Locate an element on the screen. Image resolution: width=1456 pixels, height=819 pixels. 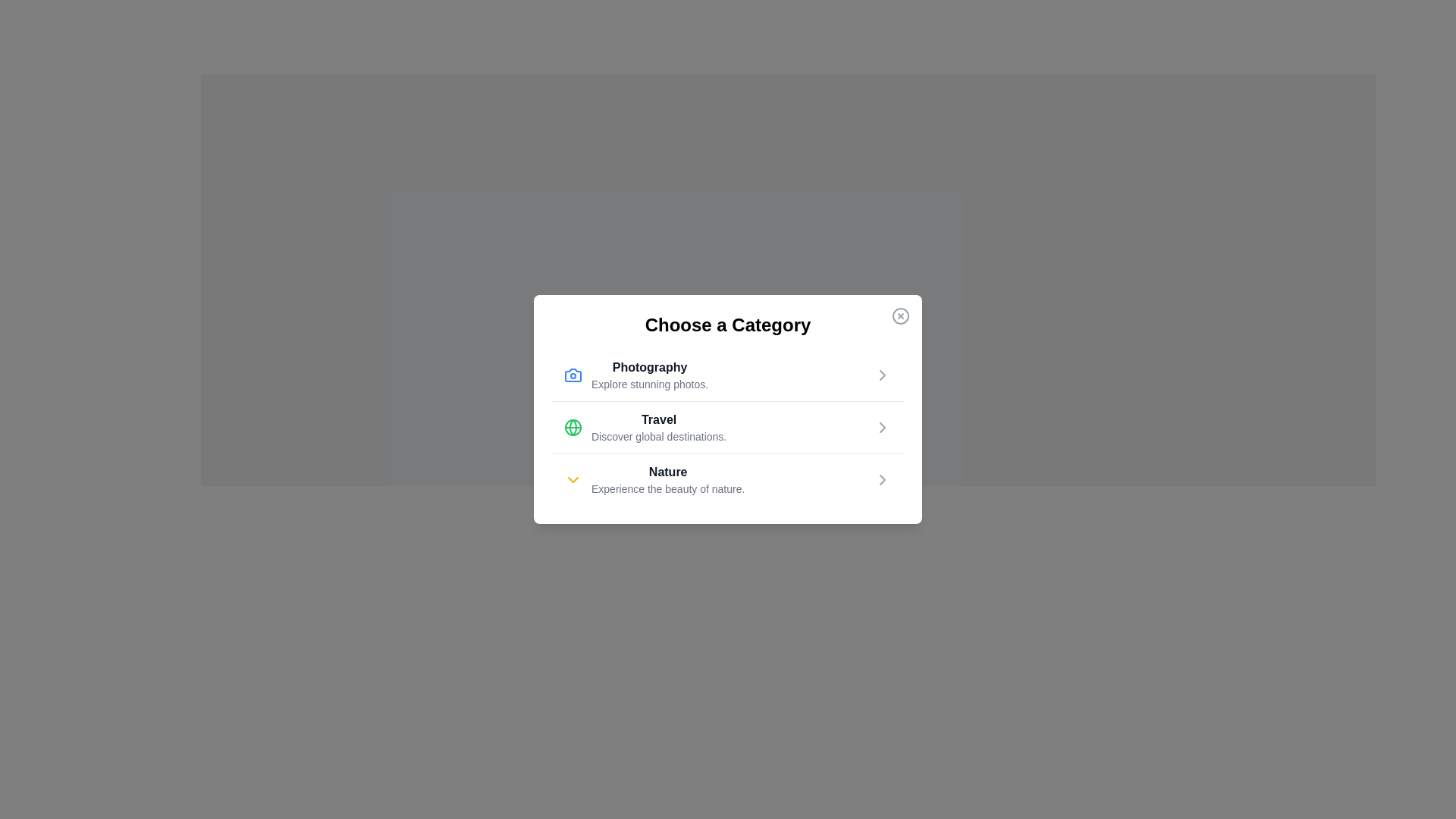
the list item labeled 'Travel' with the description 'Discover global destinations' is located at coordinates (728, 427).